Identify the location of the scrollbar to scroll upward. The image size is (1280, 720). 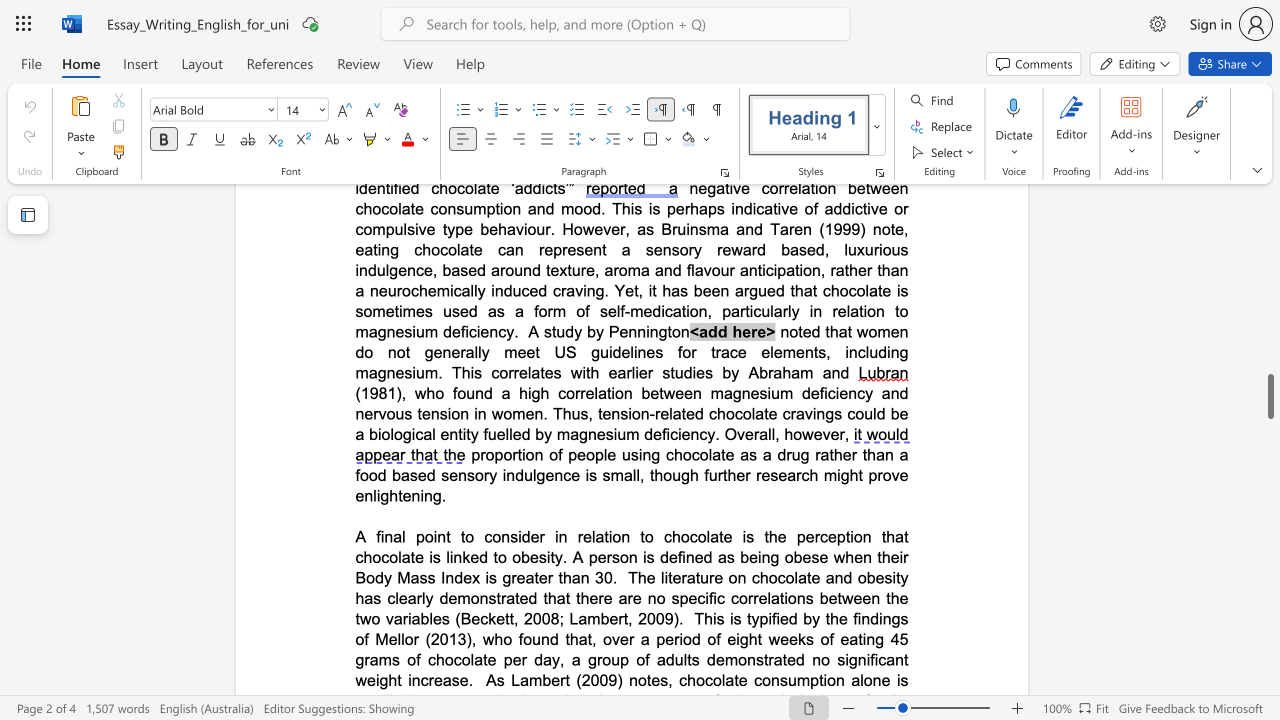
(1269, 220).